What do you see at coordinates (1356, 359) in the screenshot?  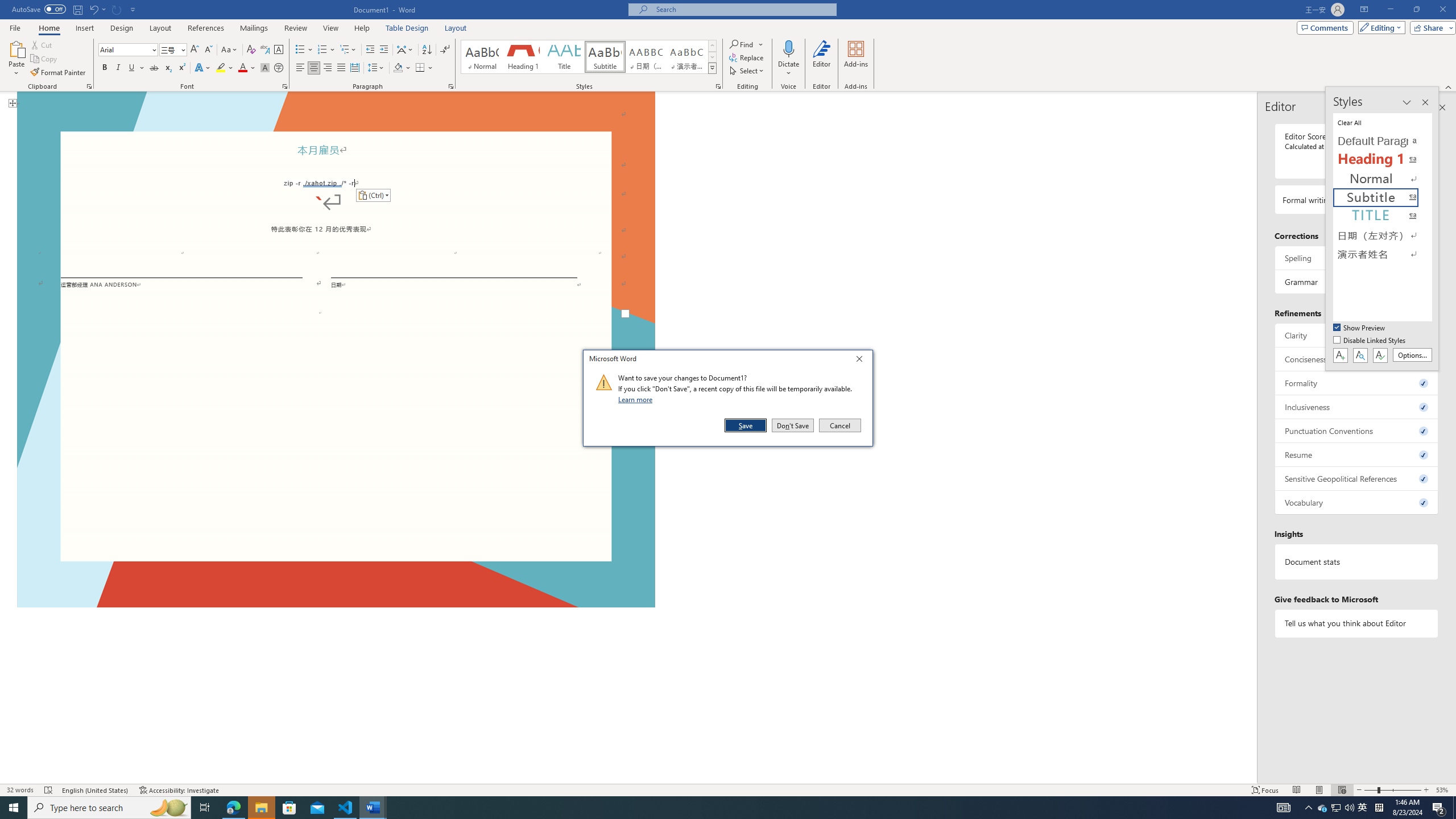 I see `'Conciseness, 0 issues. Press space or enter to review items.'` at bounding box center [1356, 359].